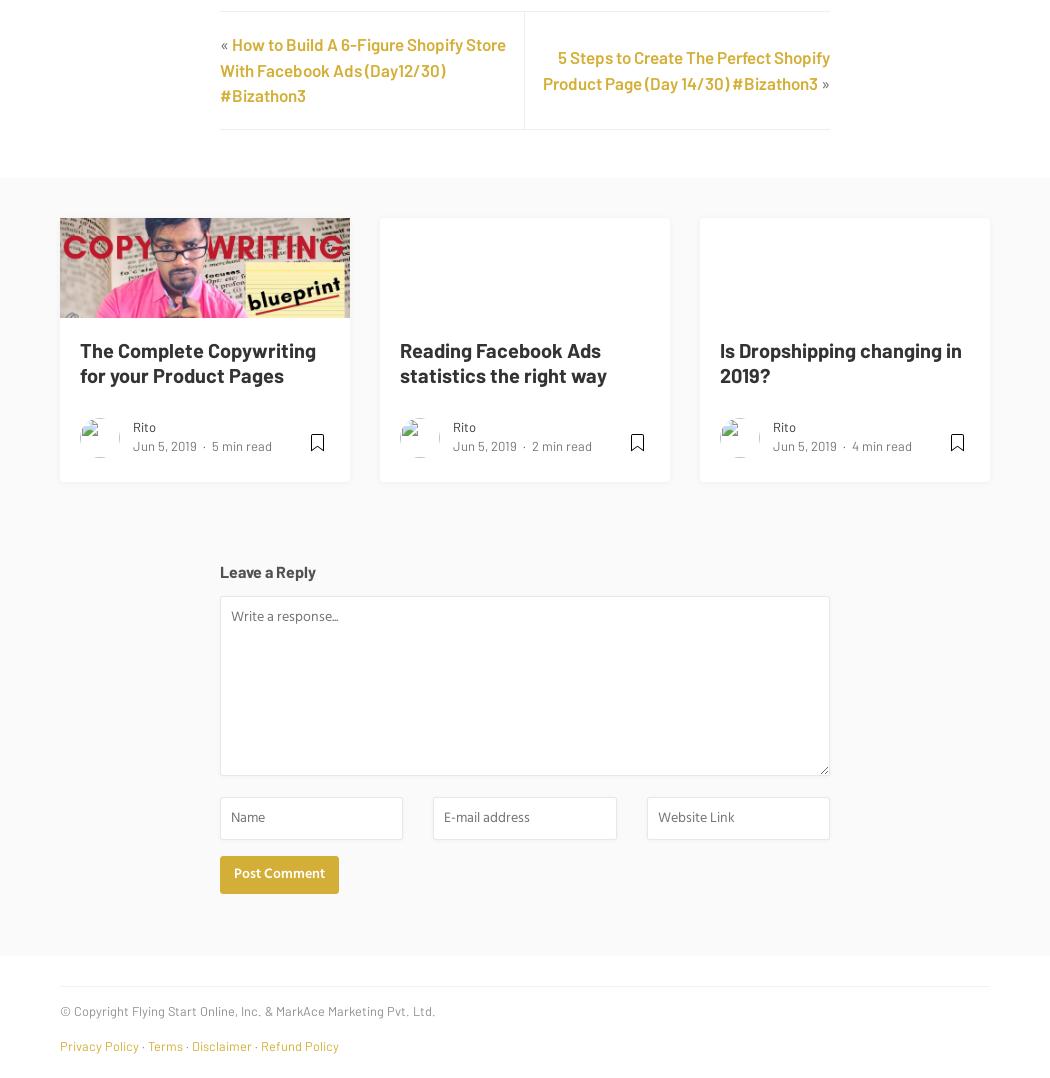 The height and width of the screenshot is (1078, 1050). What do you see at coordinates (298, 1045) in the screenshot?
I see `'Refund Policy'` at bounding box center [298, 1045].